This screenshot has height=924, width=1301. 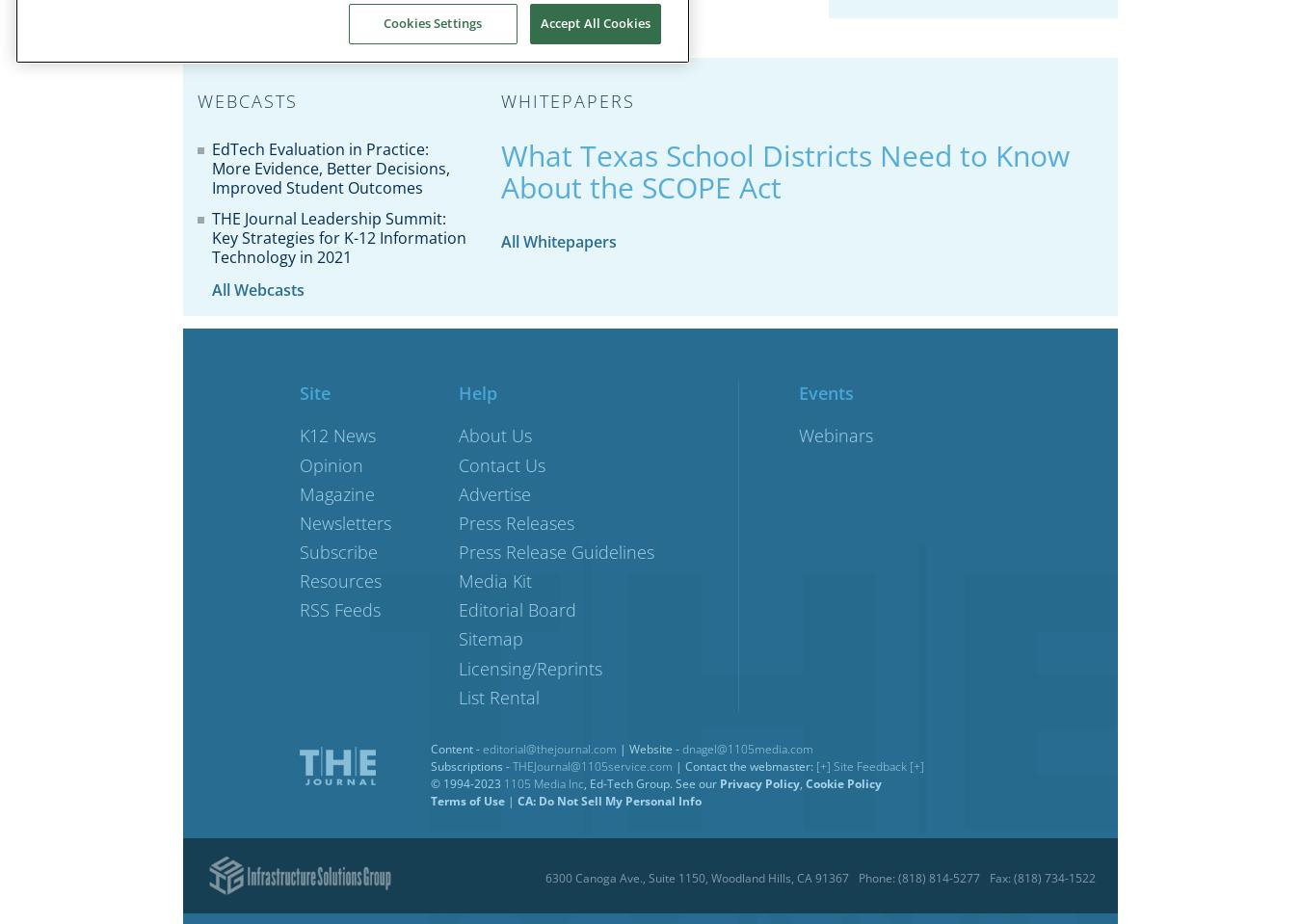 What do you see at coordinates (510, 799) in the screenshot?
I see `'|'` at bounding box center [510, 799].